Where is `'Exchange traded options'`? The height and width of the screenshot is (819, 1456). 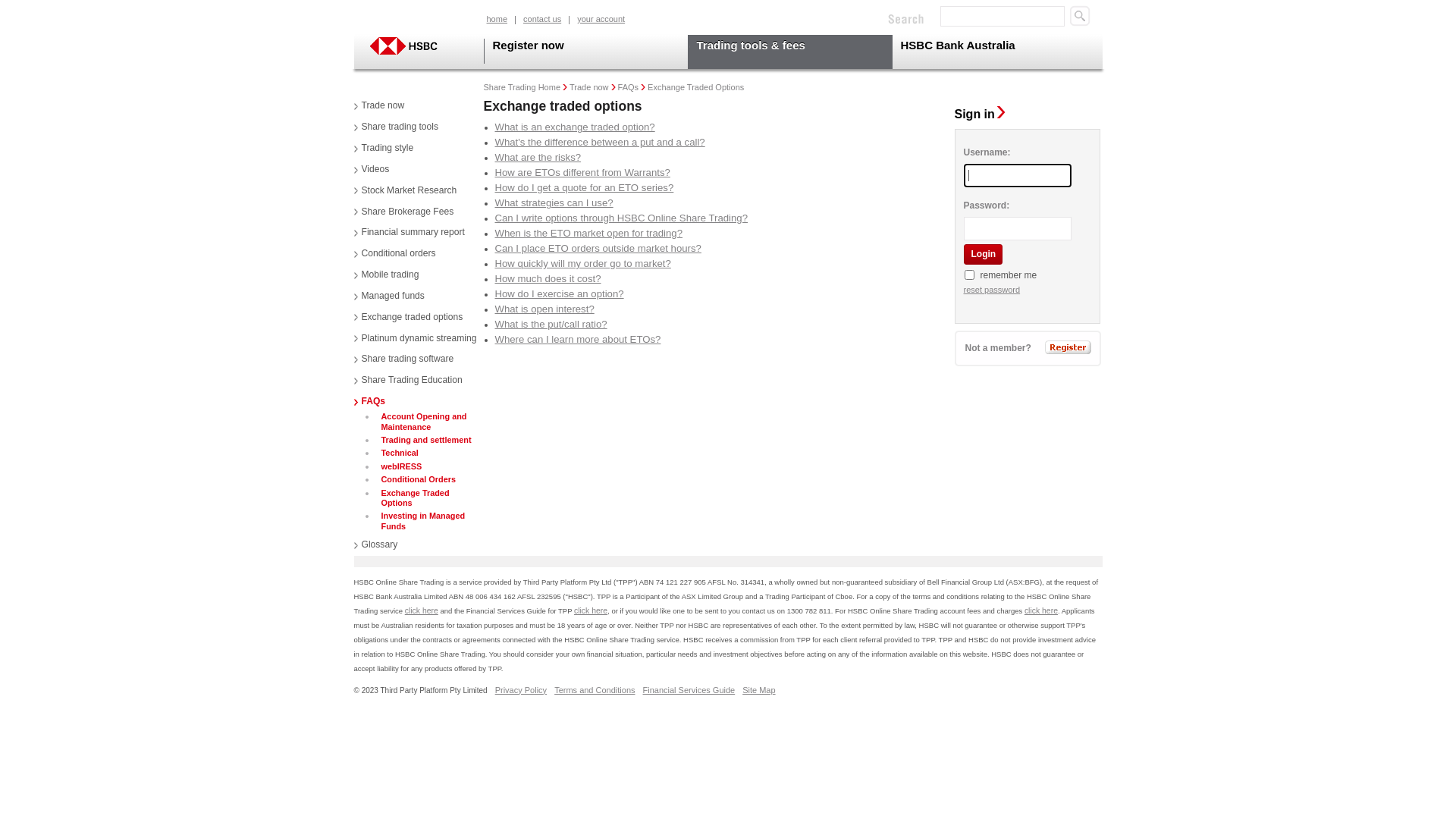
'Exchange traded options' is located at coordinates (407, 317).